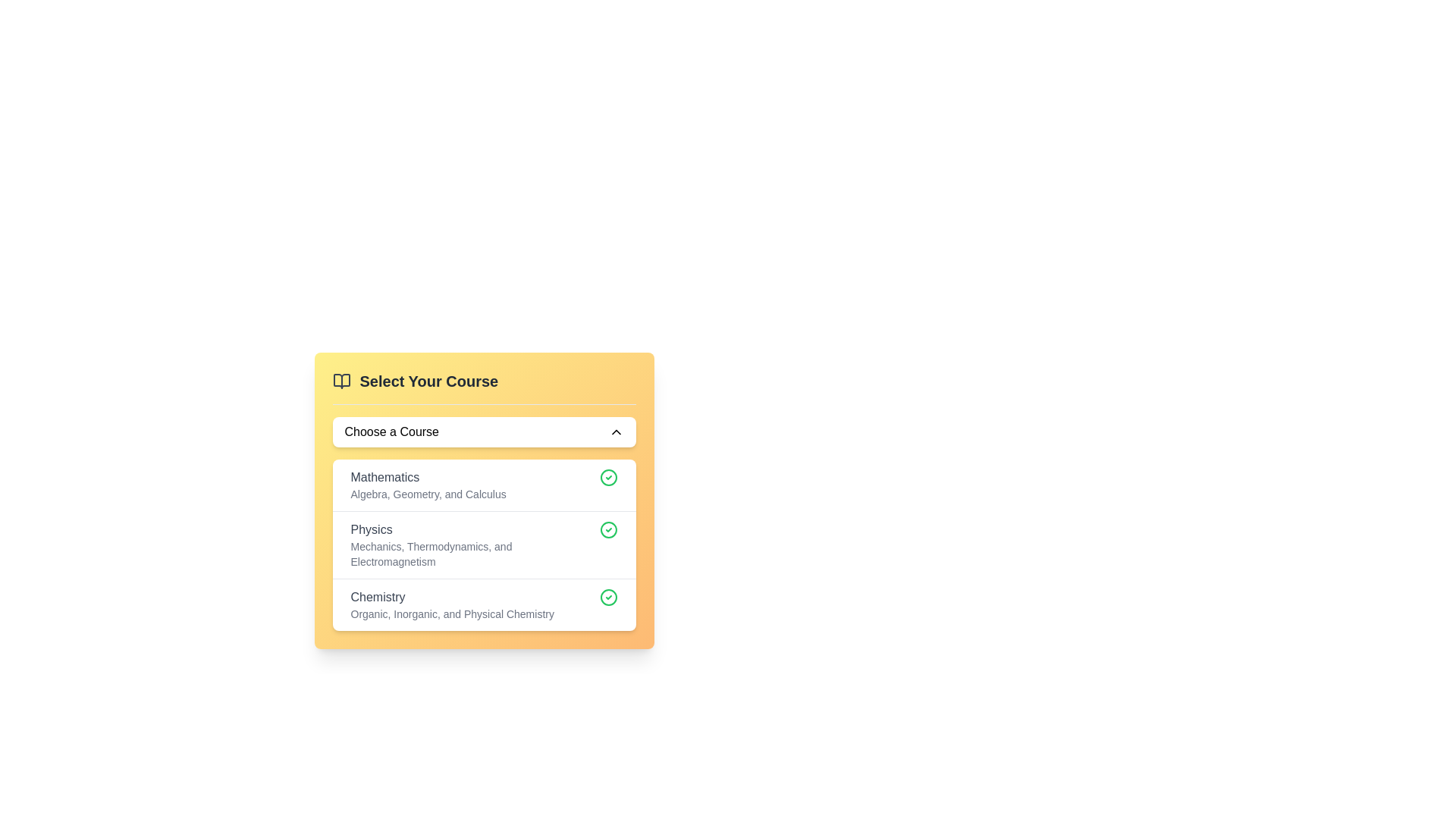 The width and height of the screenshot is (1456, 819). What do you see at coordinates (391, 432) in the screenshot?
I see `the text label that prompts the user to select a course from the dropdown menu located beneath the 'Select Your Course' heading` at bounding box center [391, 432].